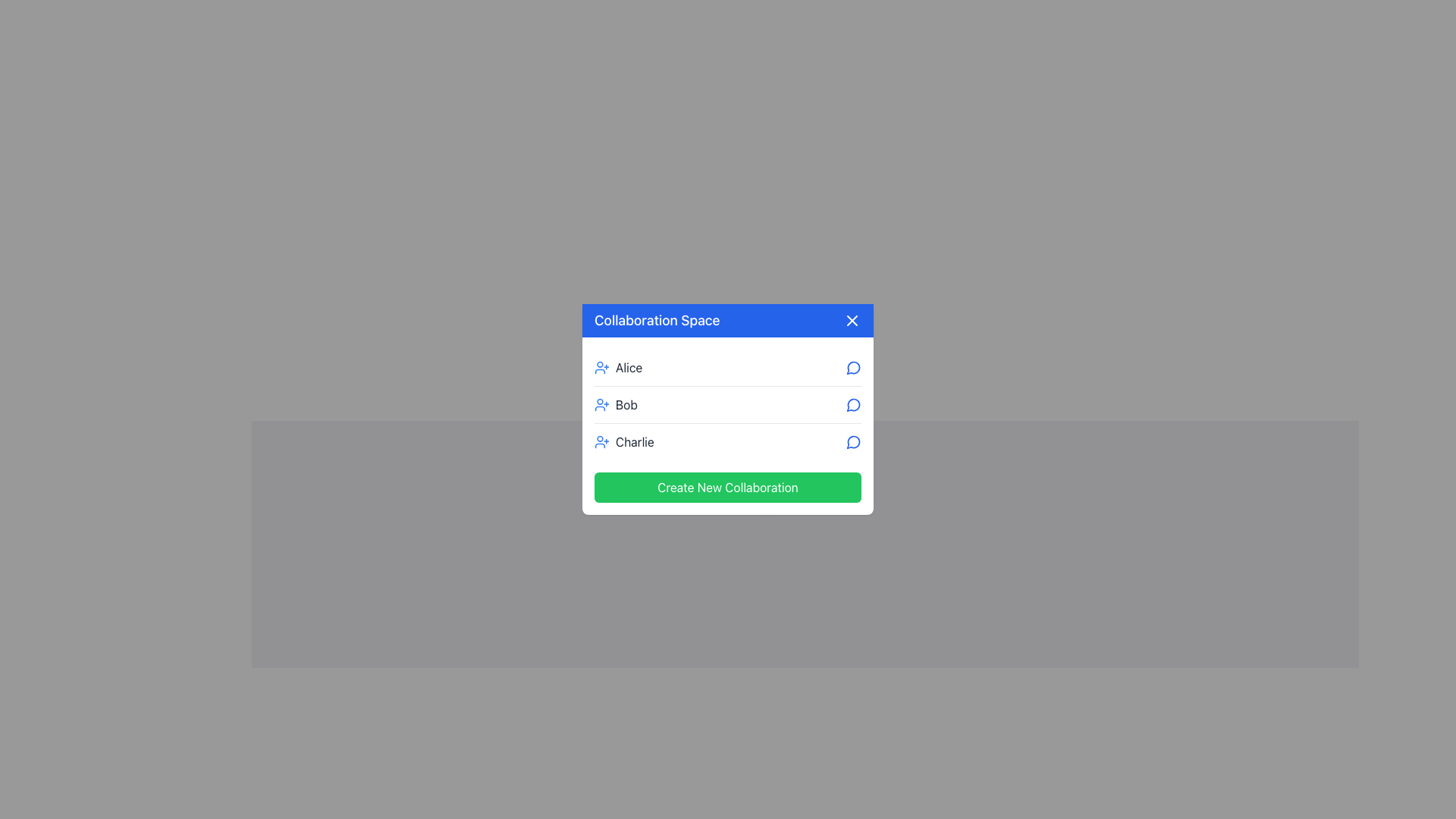 This screenshot has width=1456, height=819. Describe the element at coordinates (854, 441) in the screenshot. I see `the Icon Button that initiates a chat with 'Charlie', located in the far-right area of the row associated with 'Charlie'` at that location.